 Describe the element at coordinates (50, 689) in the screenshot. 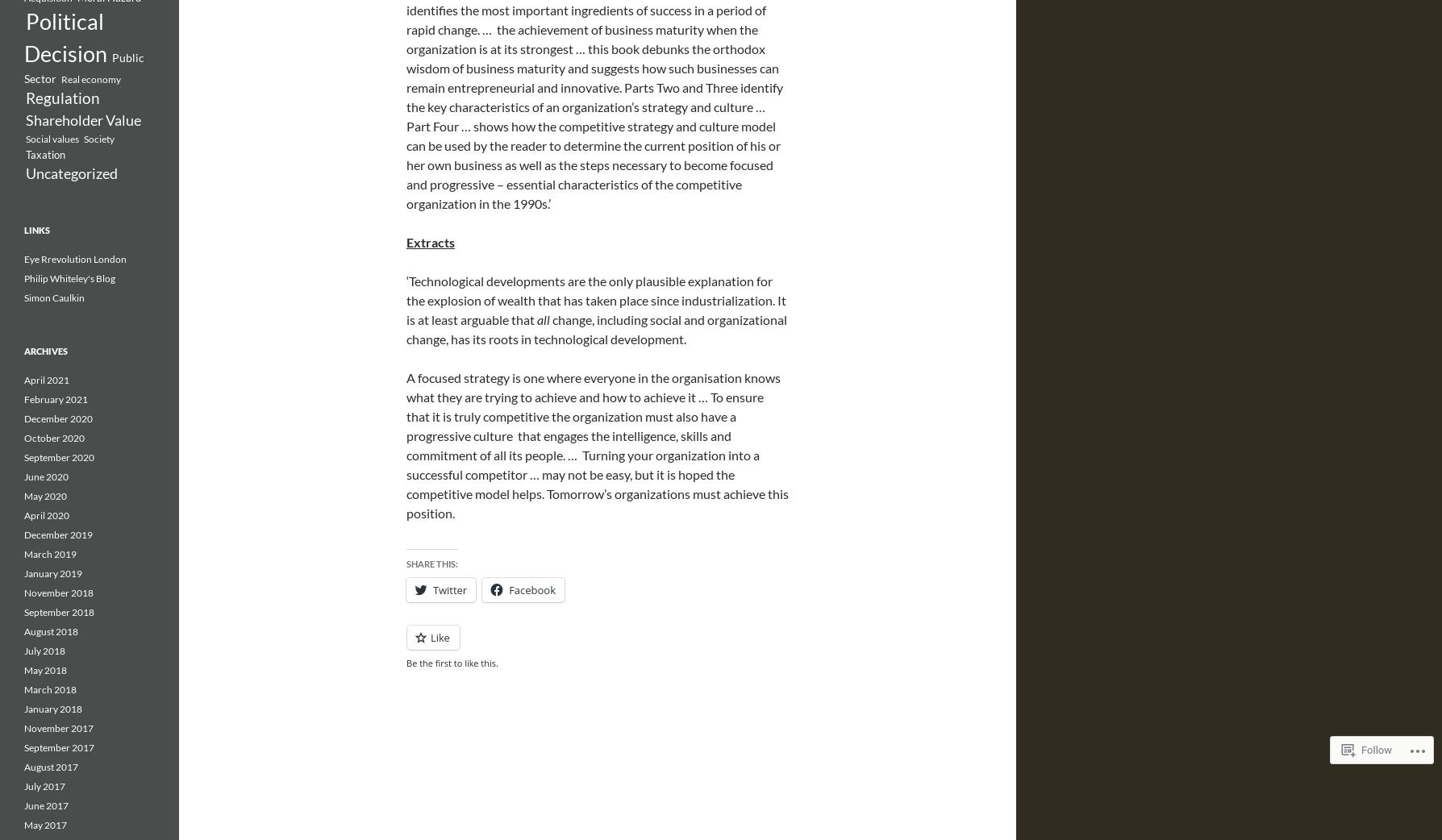

I see `'March 2018'` at that location.